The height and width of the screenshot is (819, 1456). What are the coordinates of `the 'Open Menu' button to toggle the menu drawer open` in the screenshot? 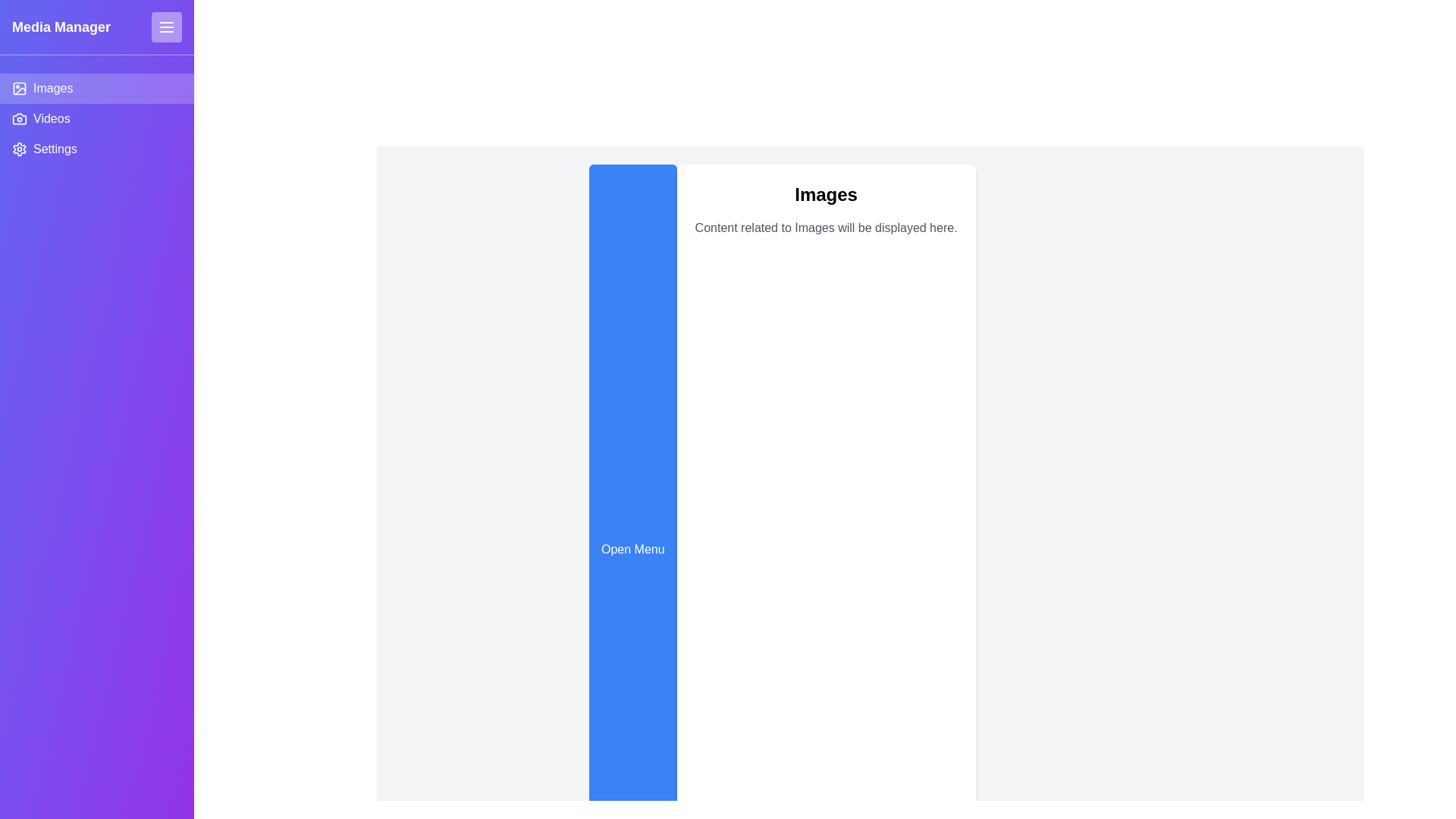 It's located at (632, 550).